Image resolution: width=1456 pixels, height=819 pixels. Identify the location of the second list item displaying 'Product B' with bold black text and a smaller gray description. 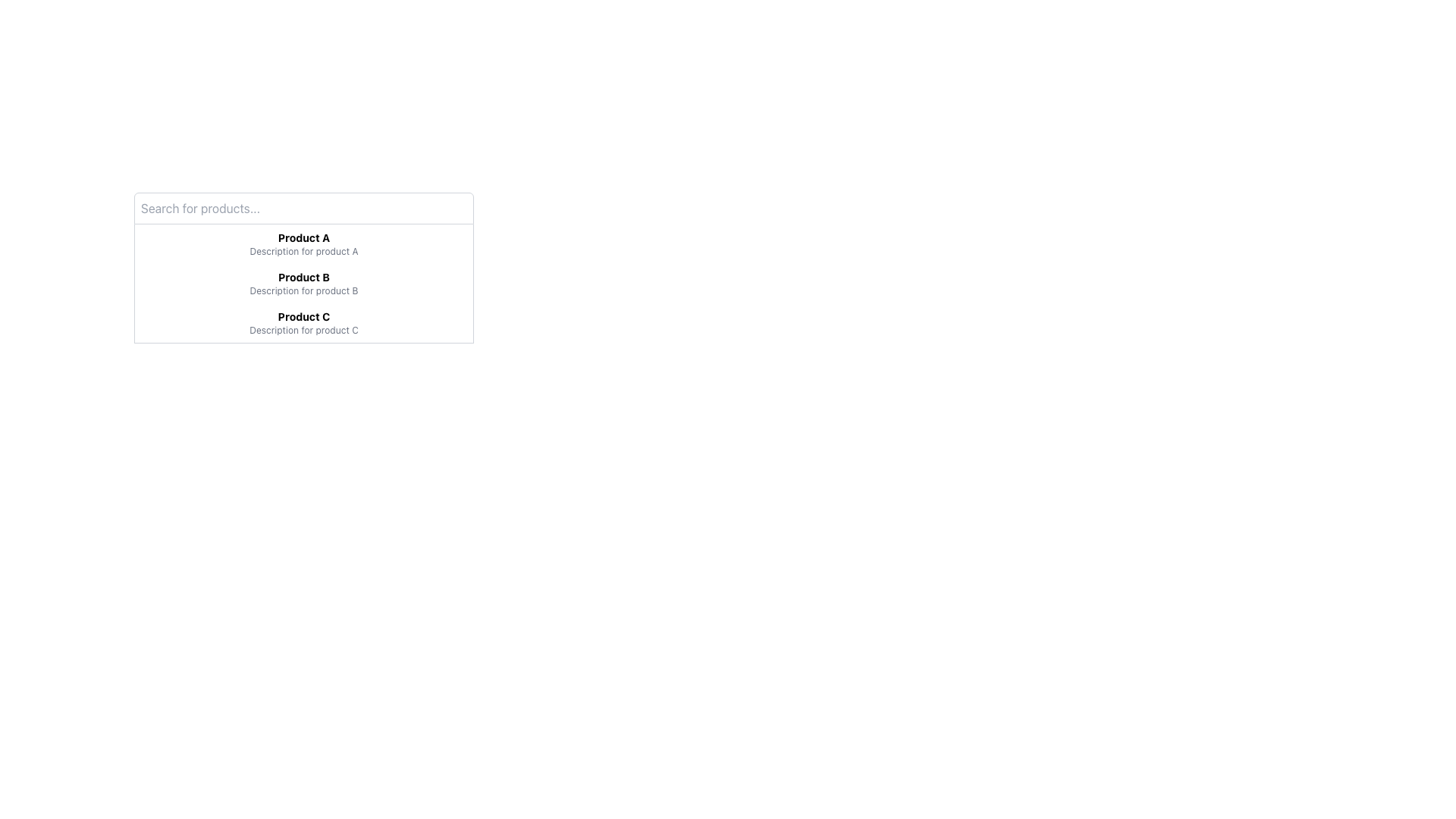
(303, 284).